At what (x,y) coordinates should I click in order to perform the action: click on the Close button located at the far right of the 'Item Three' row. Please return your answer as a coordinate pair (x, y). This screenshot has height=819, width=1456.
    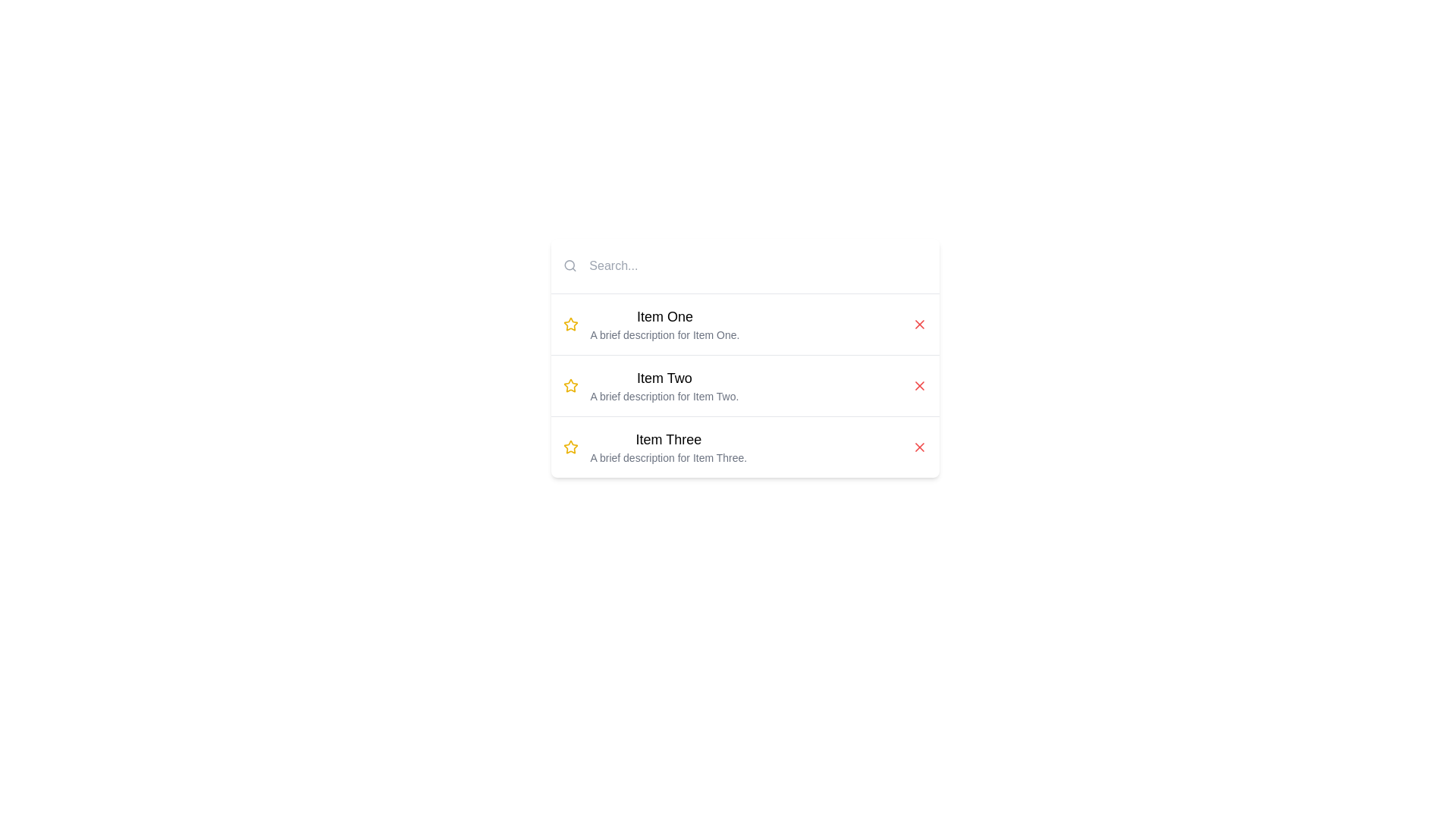
    Looking at the image, I should click on (918, 447).